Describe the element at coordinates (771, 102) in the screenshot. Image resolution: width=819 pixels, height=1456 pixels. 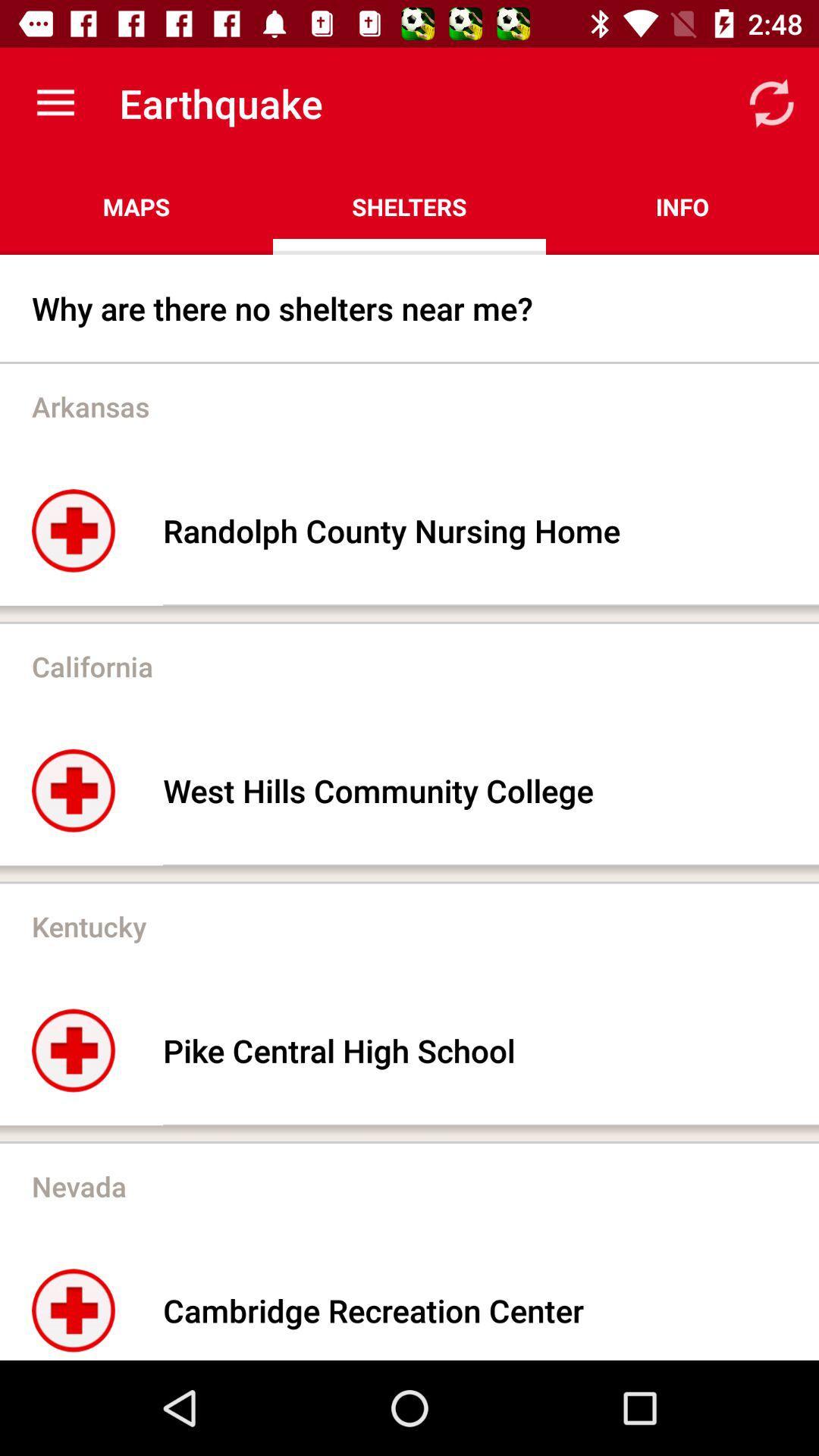
I see `the icon above info` at that location.